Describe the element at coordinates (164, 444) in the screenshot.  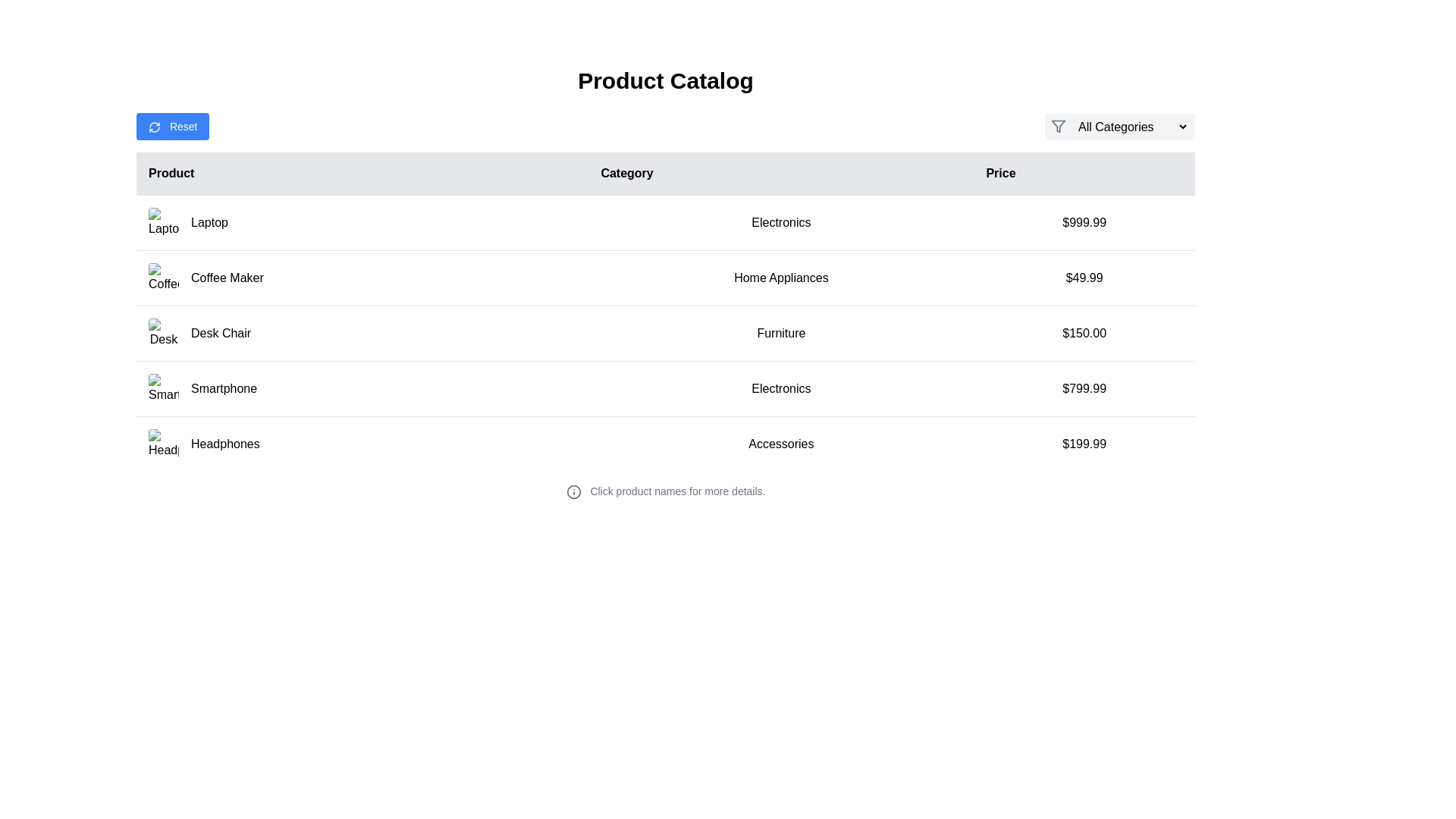
I see `the product image representing headphones, which is the leftmost item in the 'Headphones' row under the 'Product Catalog' section` at that location.